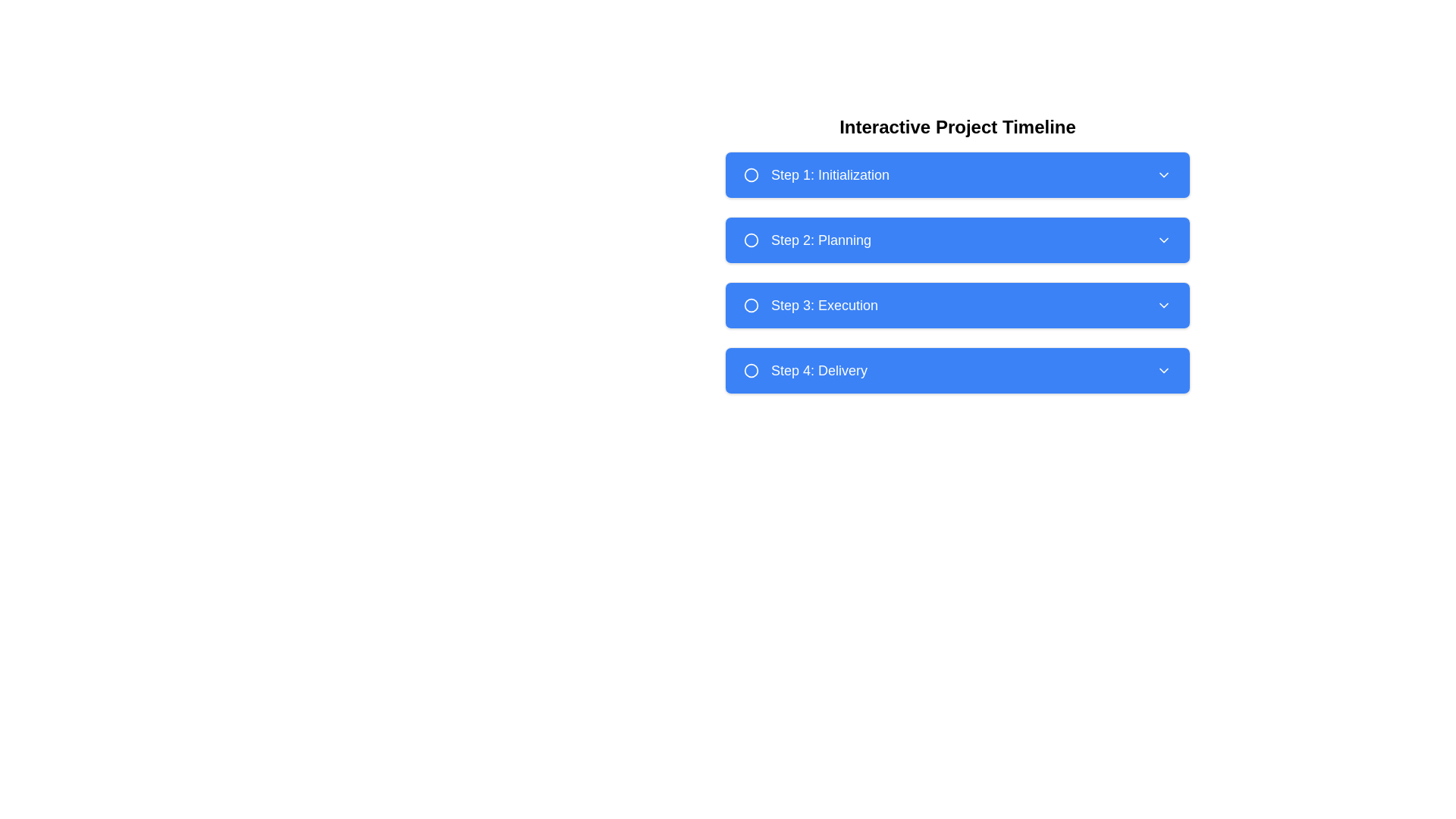 This screenshot has height=819, width=1456. Describe the element at coordinates (956, 253) in the screenshot. I see `the horizontally aligned button labeled 'Step 2: Planning', which has a blue background and white text, positioned centrally below 'Step 1: Initialization'` at that location.